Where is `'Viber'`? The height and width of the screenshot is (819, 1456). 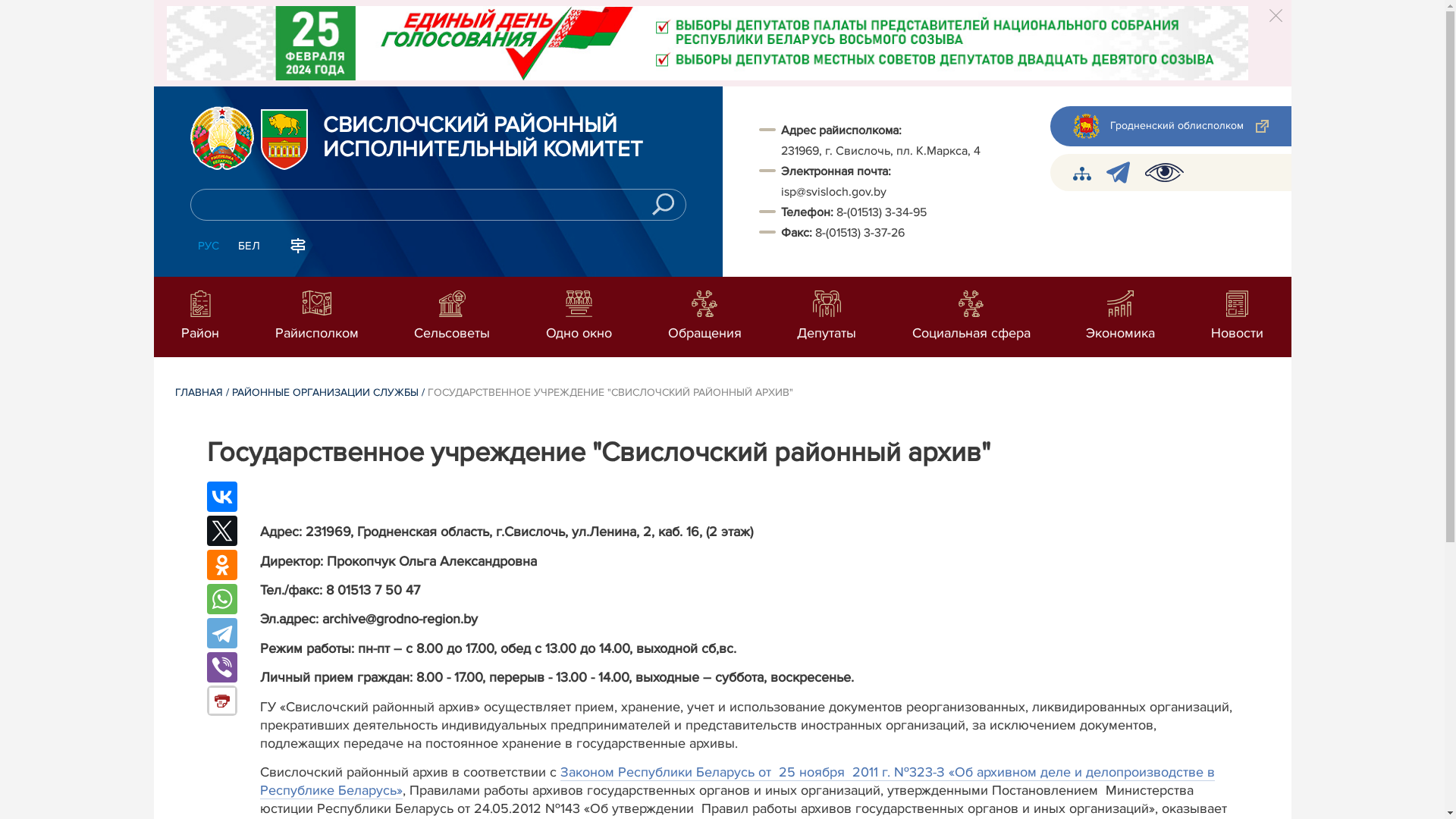
'Viber' is located at coordinates (221, 666).